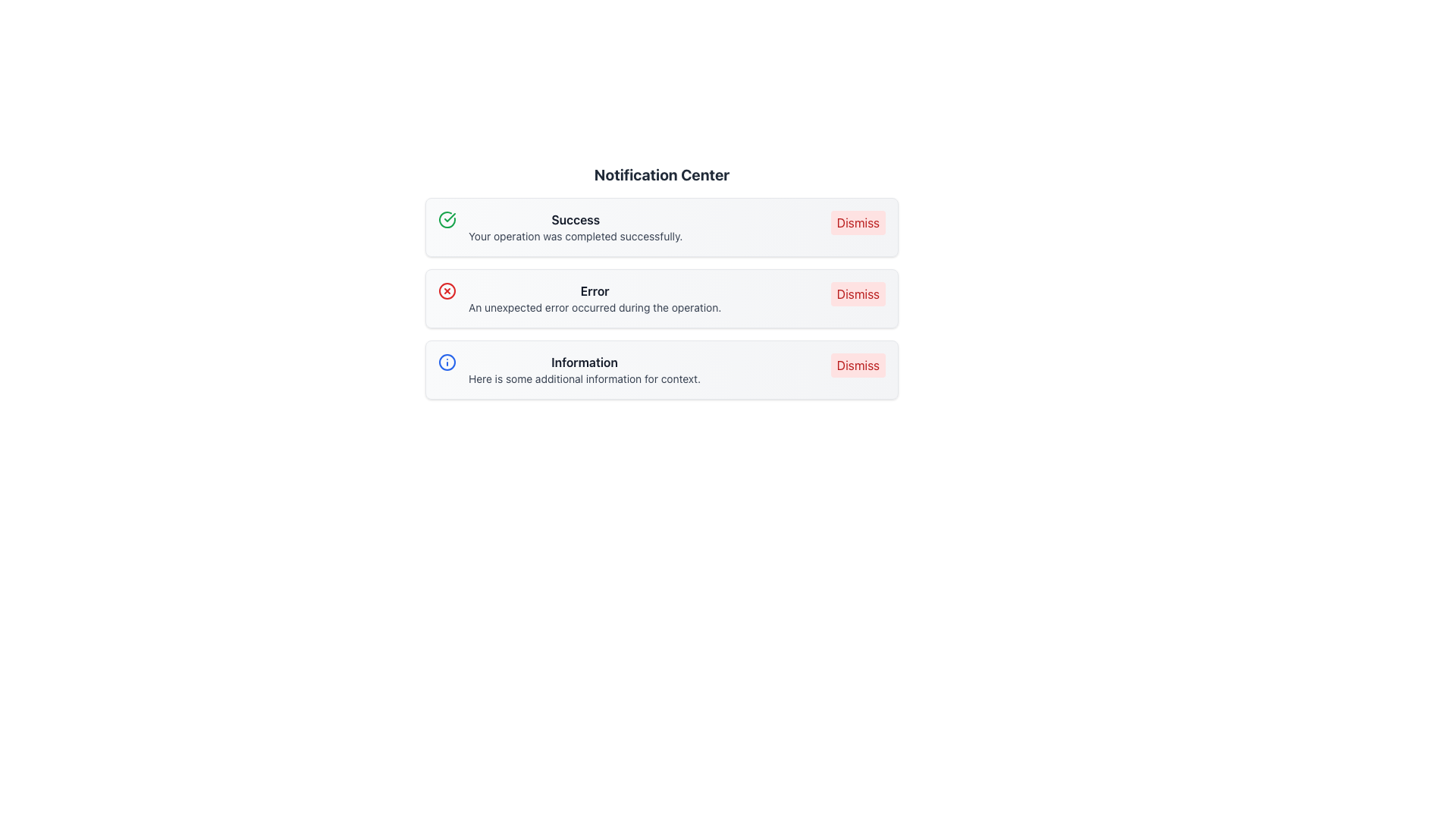 This screenshot has width=1456, height=819. What do you see at coordinates (449, 217) in the screenshot?
I see `the success status icon located inside the first notification card in the 'Notification Center', positioned to the left of the notification message` at bounding box center [449, 217].